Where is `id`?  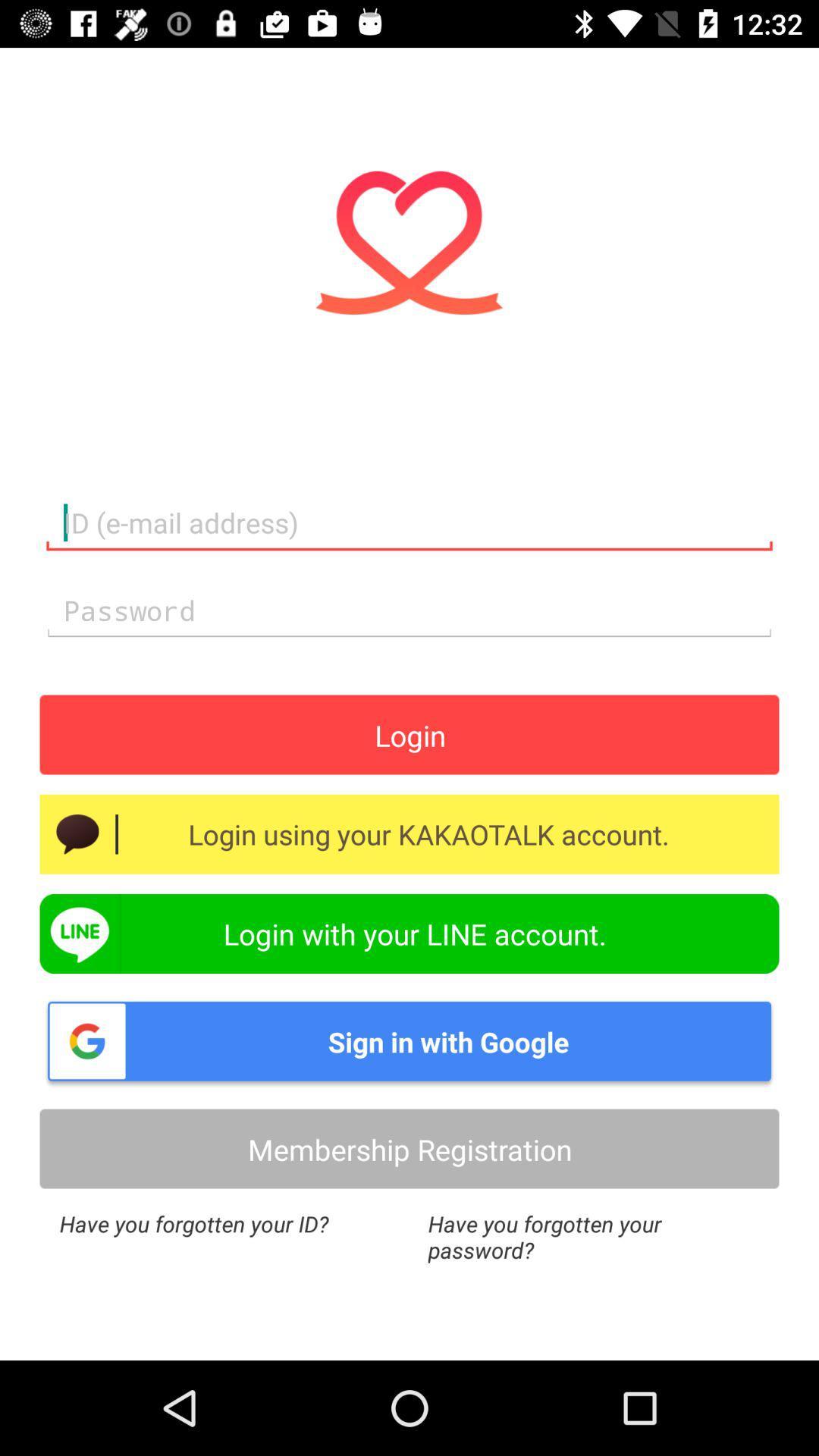
id is located at coordinates (409, 523).